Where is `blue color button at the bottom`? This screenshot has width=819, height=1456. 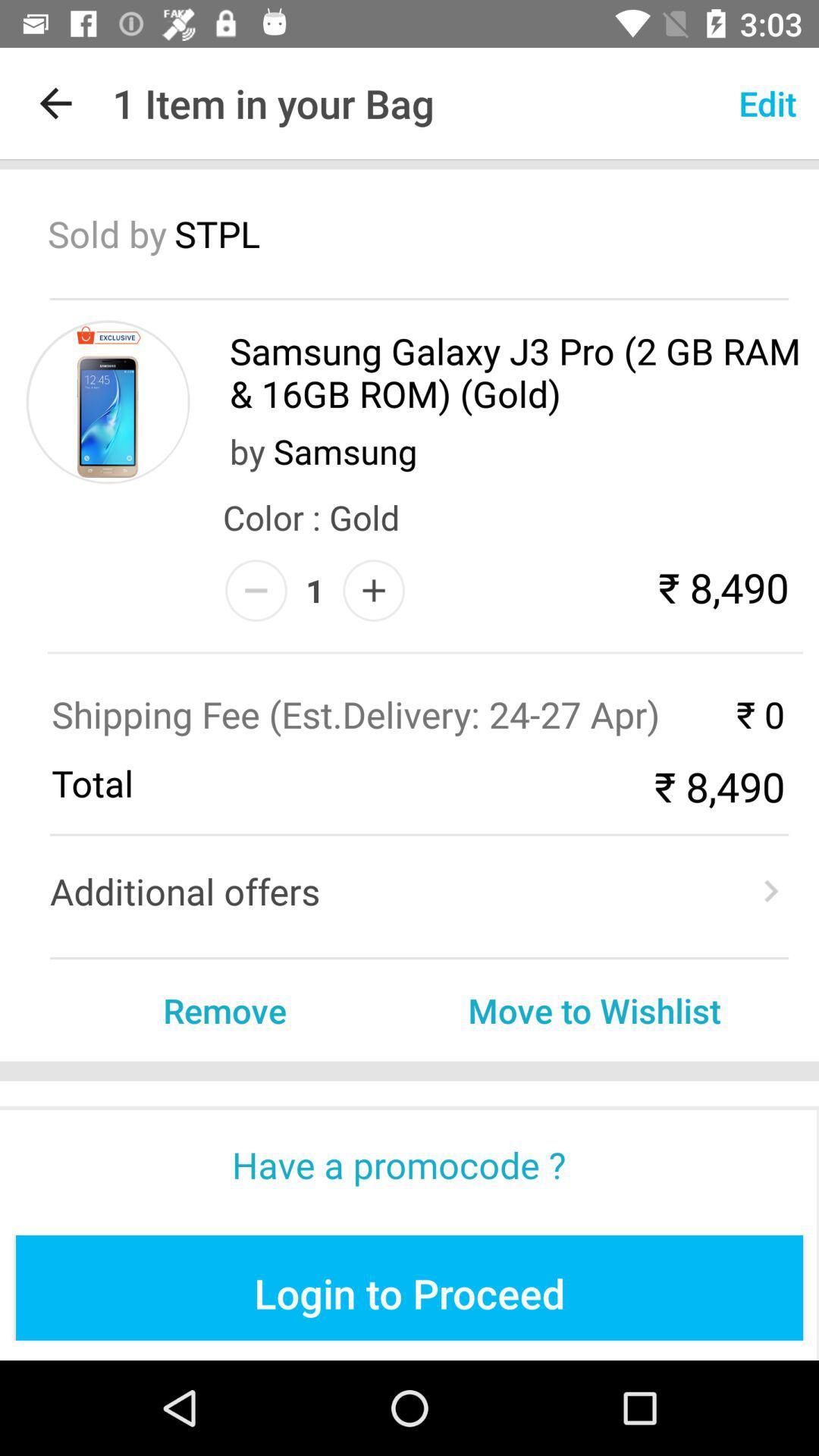 blue color button at the bottom is located at coordinates (409, 1287).